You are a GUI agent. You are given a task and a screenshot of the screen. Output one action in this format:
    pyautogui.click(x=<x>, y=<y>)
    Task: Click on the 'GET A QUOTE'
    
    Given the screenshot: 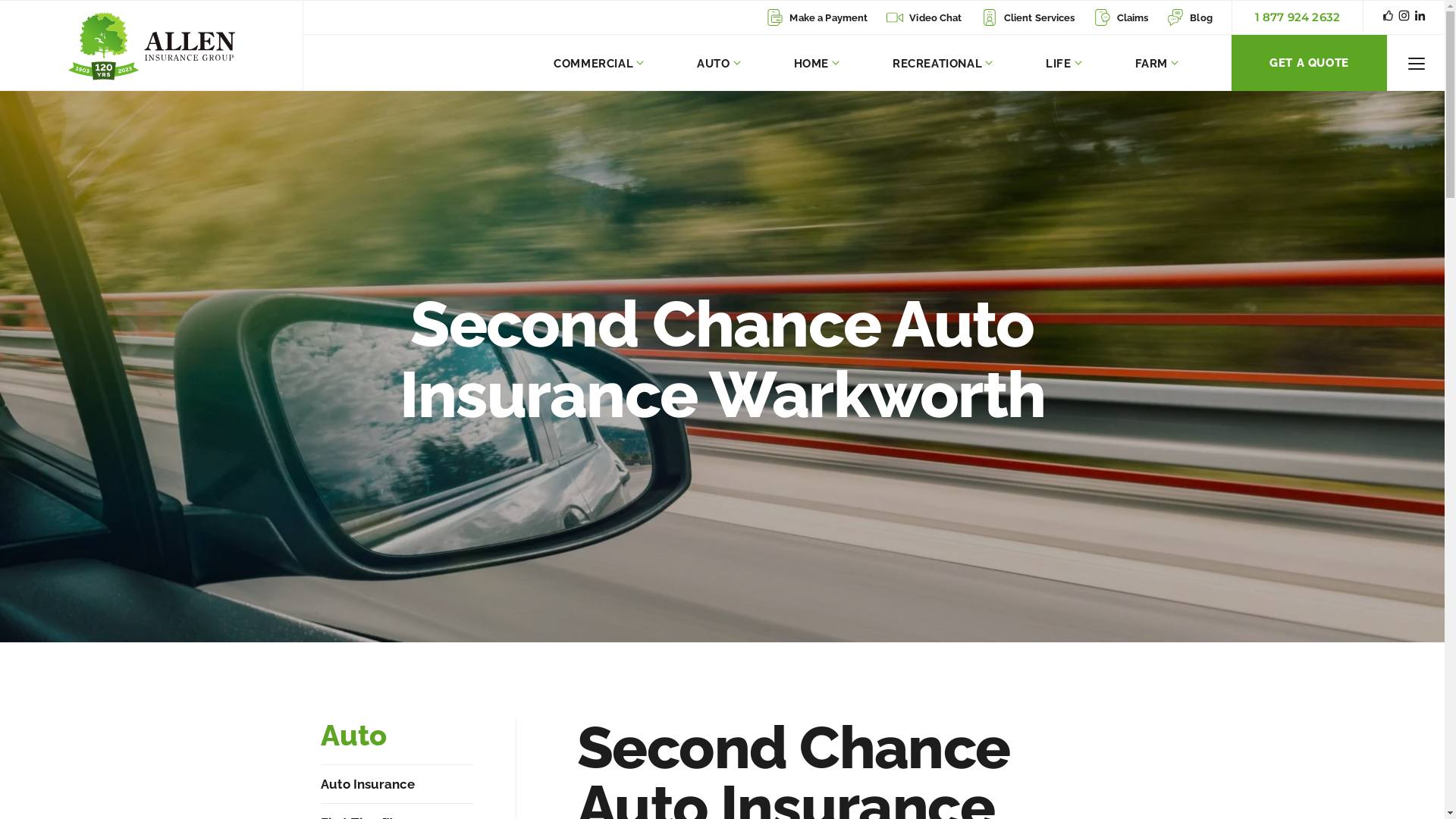 What is the action you would take?
    pyautogui.click(x=1308, y=62)
    